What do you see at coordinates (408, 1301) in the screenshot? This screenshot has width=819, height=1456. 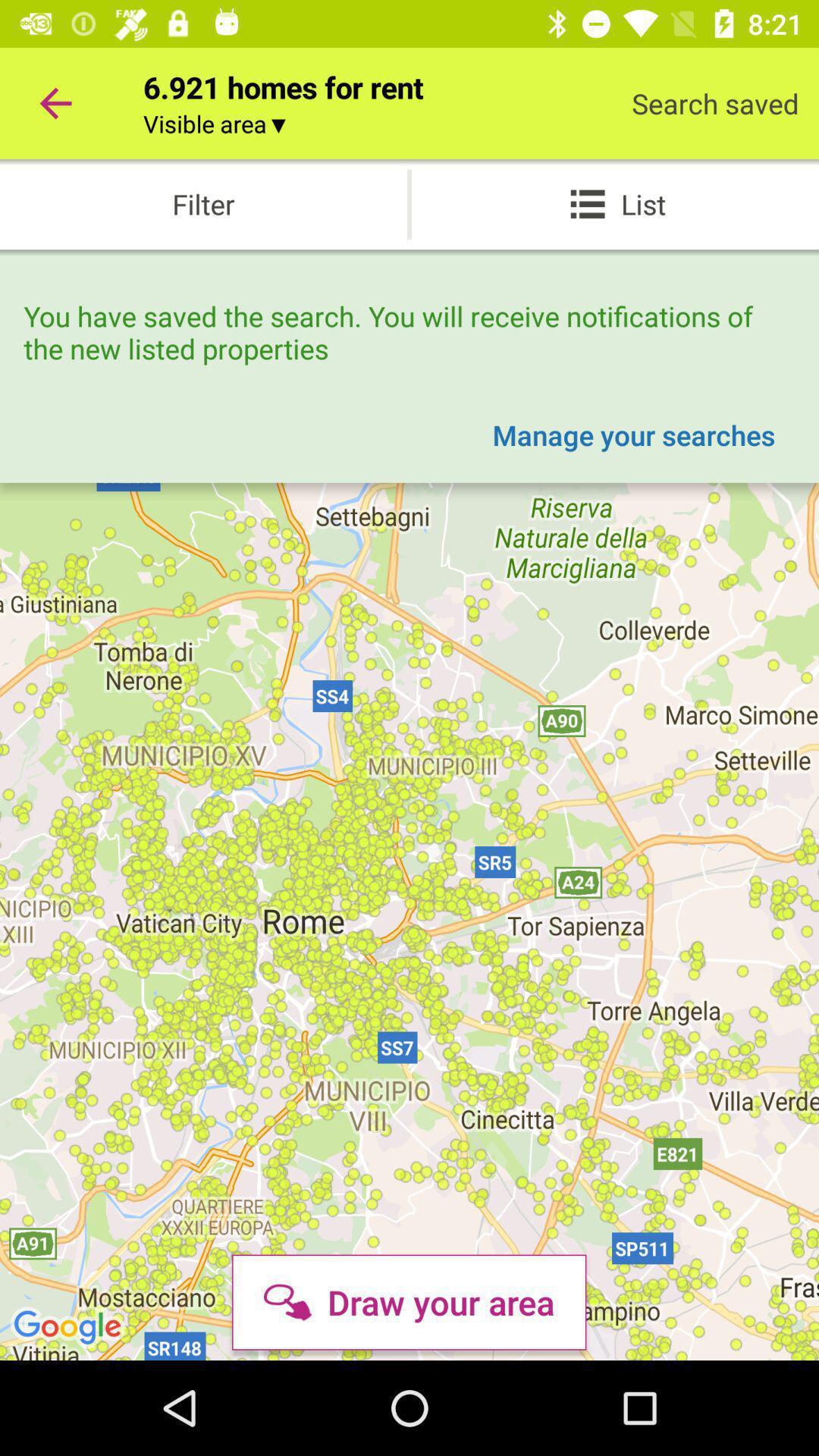 I see `draw your area` at bounding box center [408, 1301].